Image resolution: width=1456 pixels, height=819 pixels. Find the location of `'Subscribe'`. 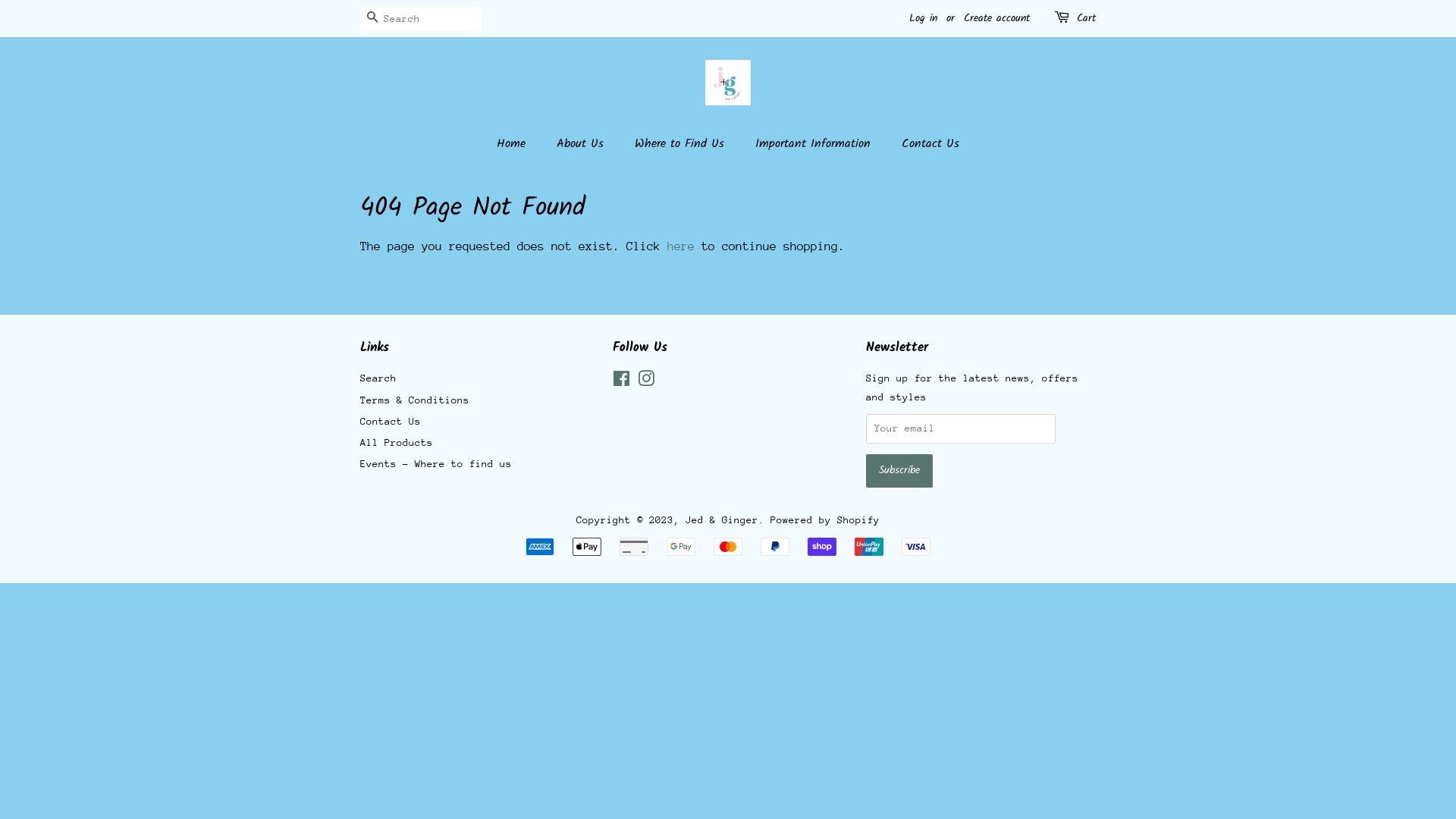

'Subscribe' is located at coordinates (899, 470).